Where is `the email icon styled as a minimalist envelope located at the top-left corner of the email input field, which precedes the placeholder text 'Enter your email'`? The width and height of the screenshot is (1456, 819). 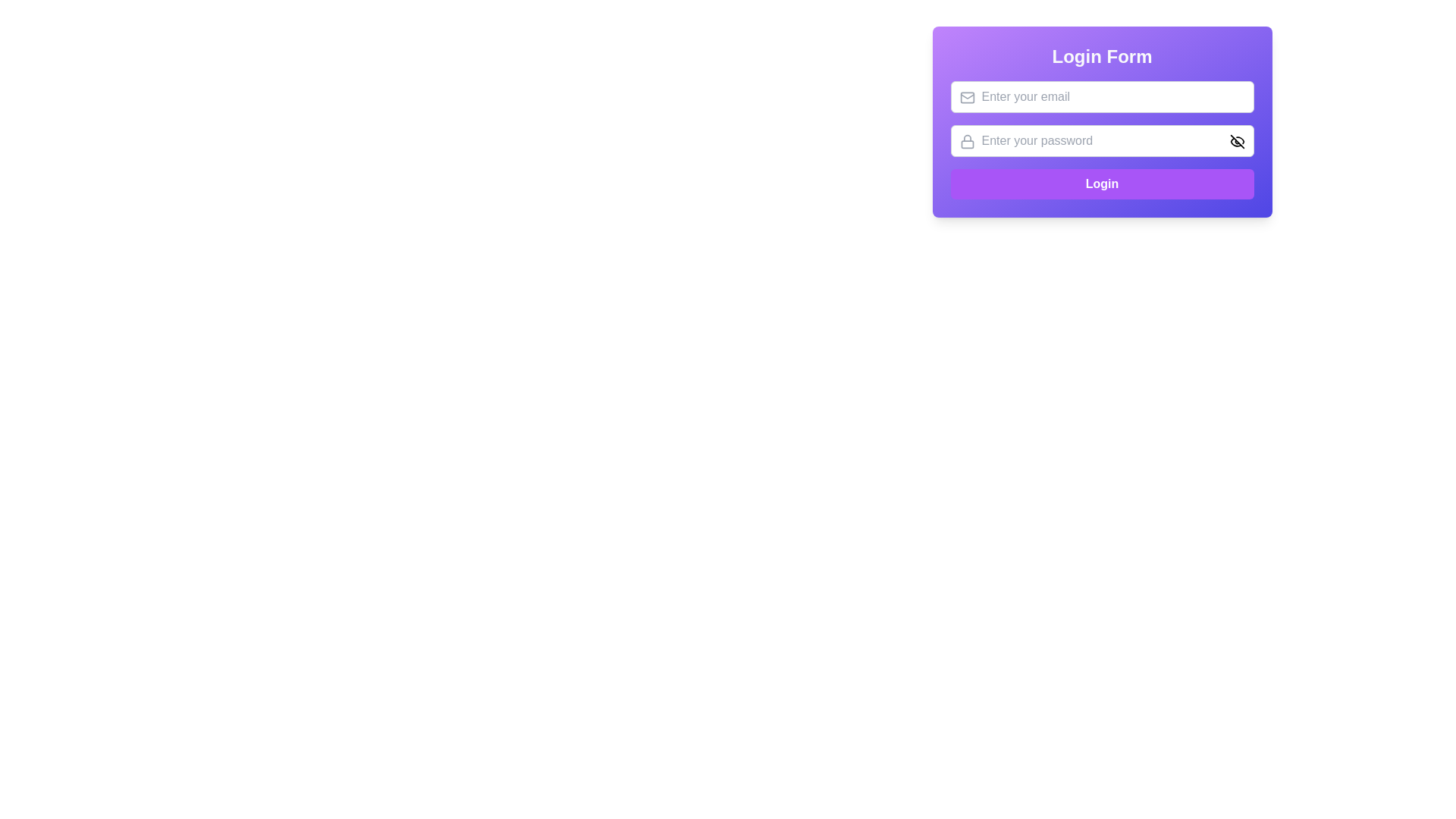
the email icon styled as a minimalist envelope located at the top-left corner of the email input field, which precedes the placeholder text 'Enter your email' is located at coordinates (966, 97).